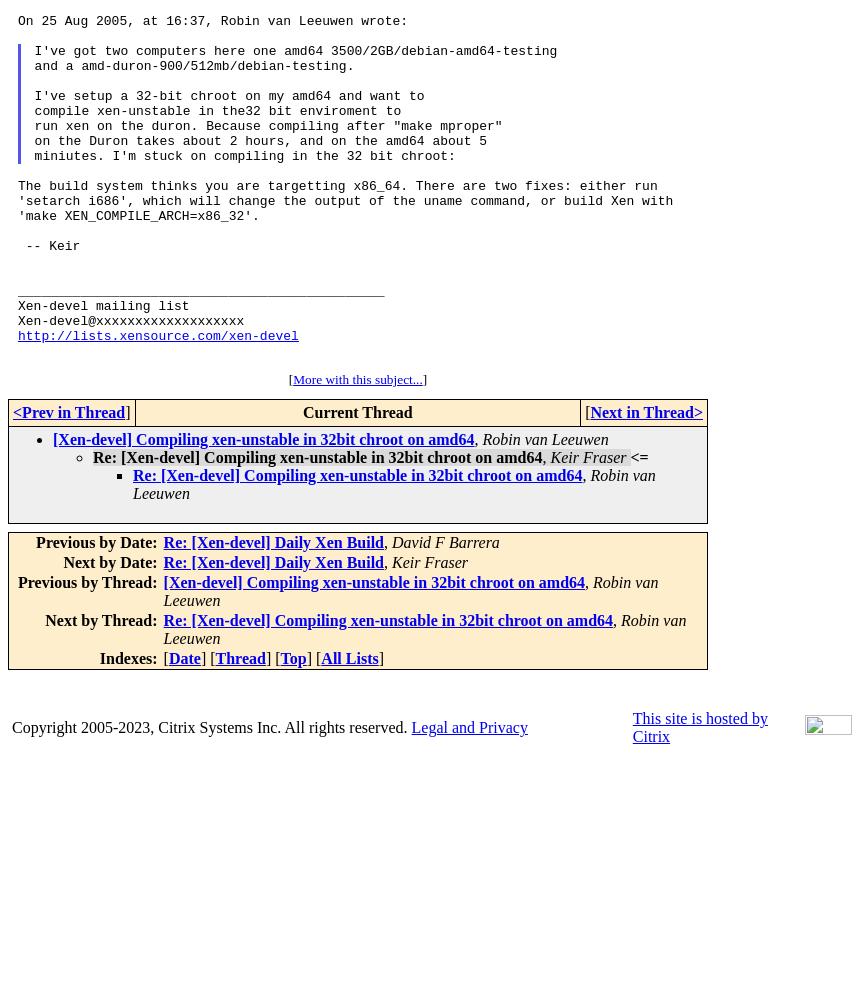 The image size is (858, 1000). What do you see at coordinates (18, 208) in the screenshot?
I see `'command, or build Xen with 'make XEN_COMPILE_ARCH=x86_32'.'` at bounding box center [18, 208].